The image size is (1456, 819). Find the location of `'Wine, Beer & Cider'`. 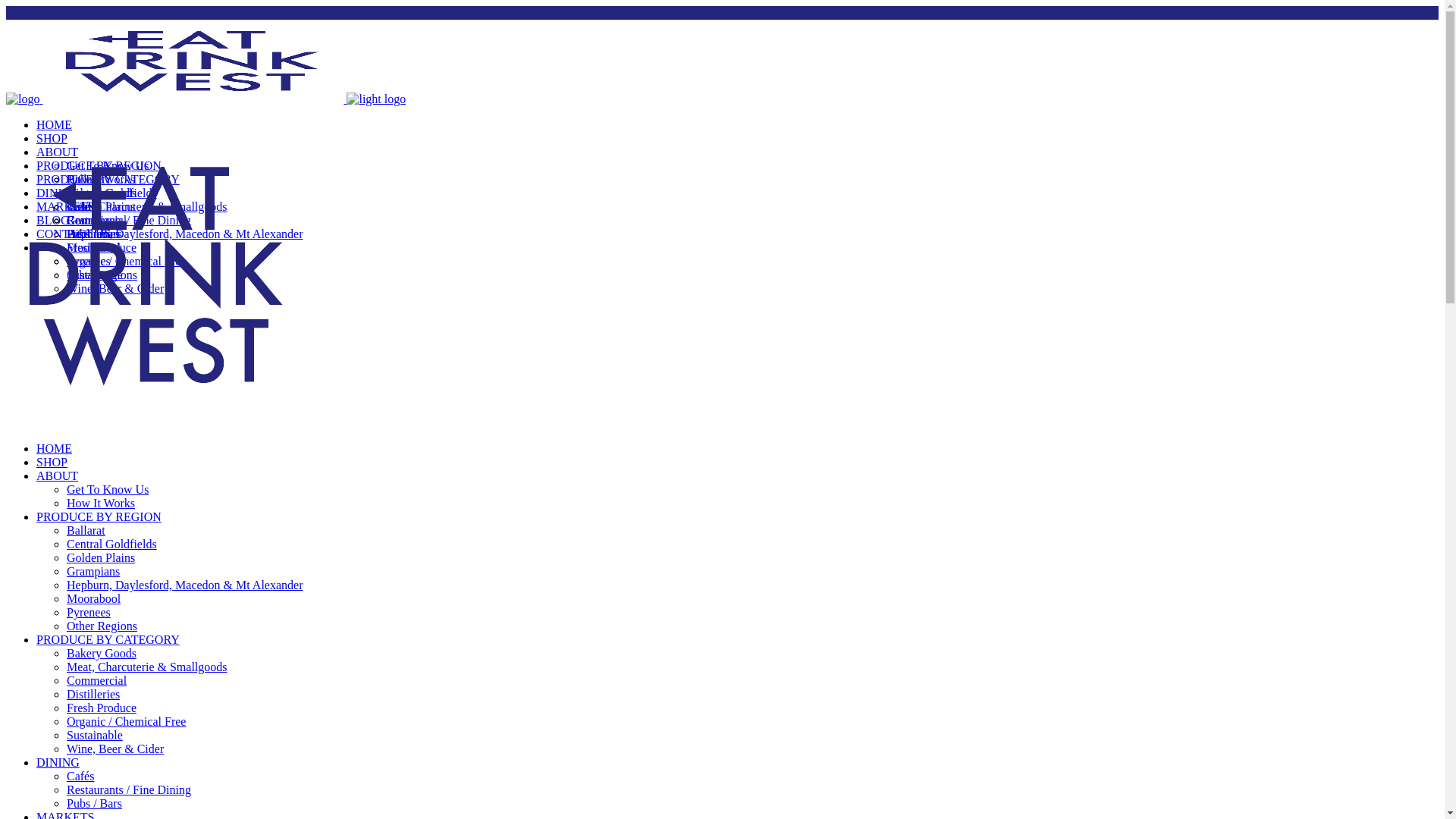

'Wine, Beer & Cider' is located at coordinates (115, 748).